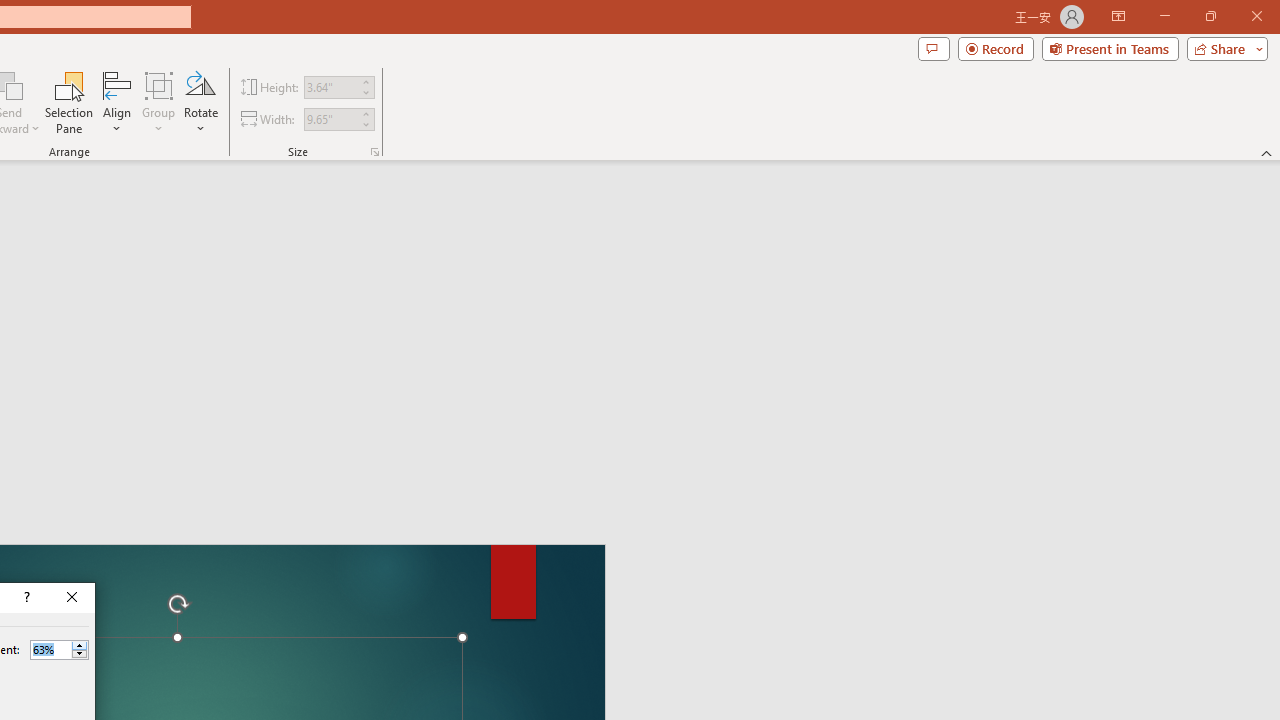  I want to click on 'Context help', so click(25, 596).